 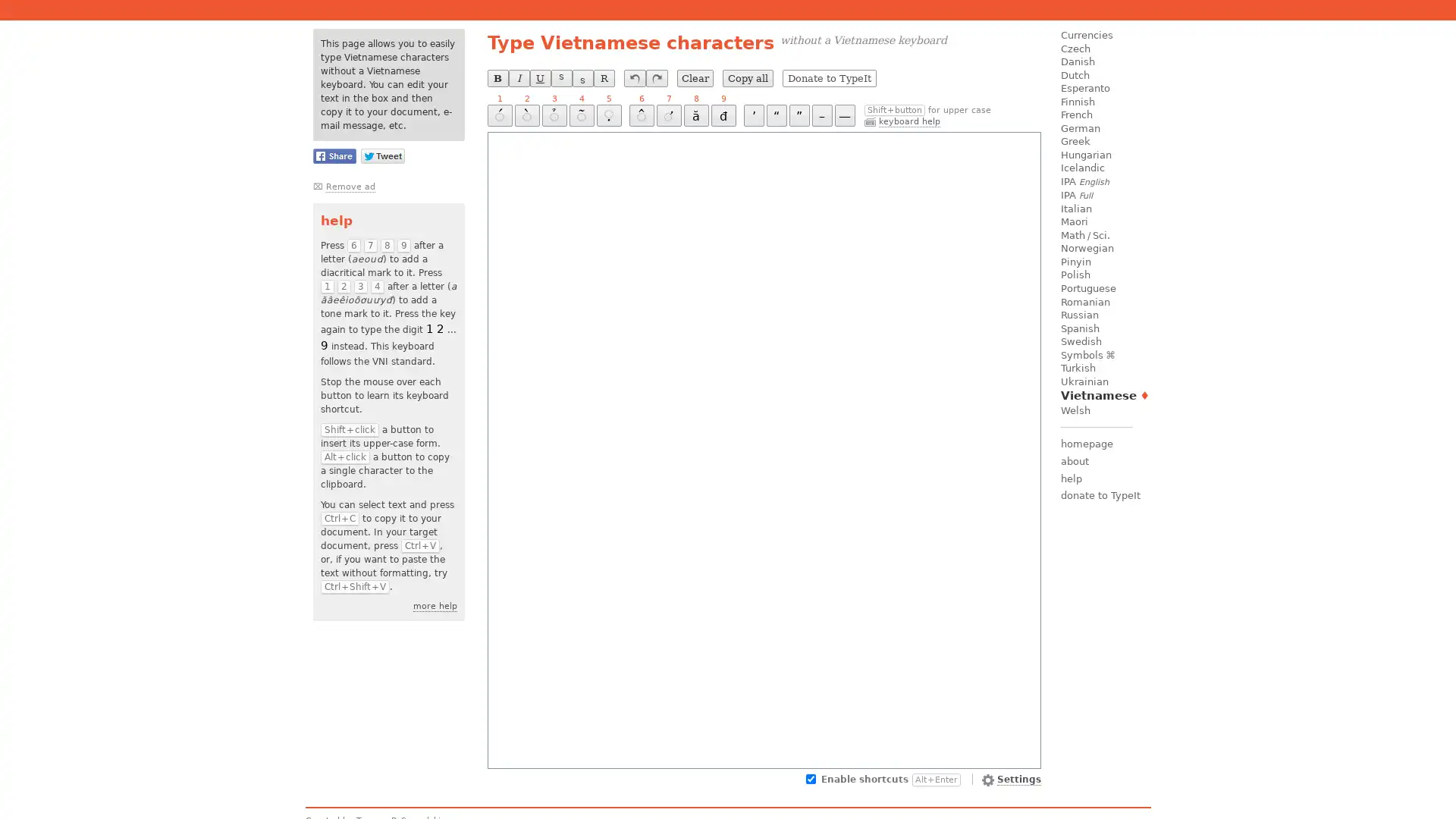 I want to click on Clear, so click(x=694, y=78).